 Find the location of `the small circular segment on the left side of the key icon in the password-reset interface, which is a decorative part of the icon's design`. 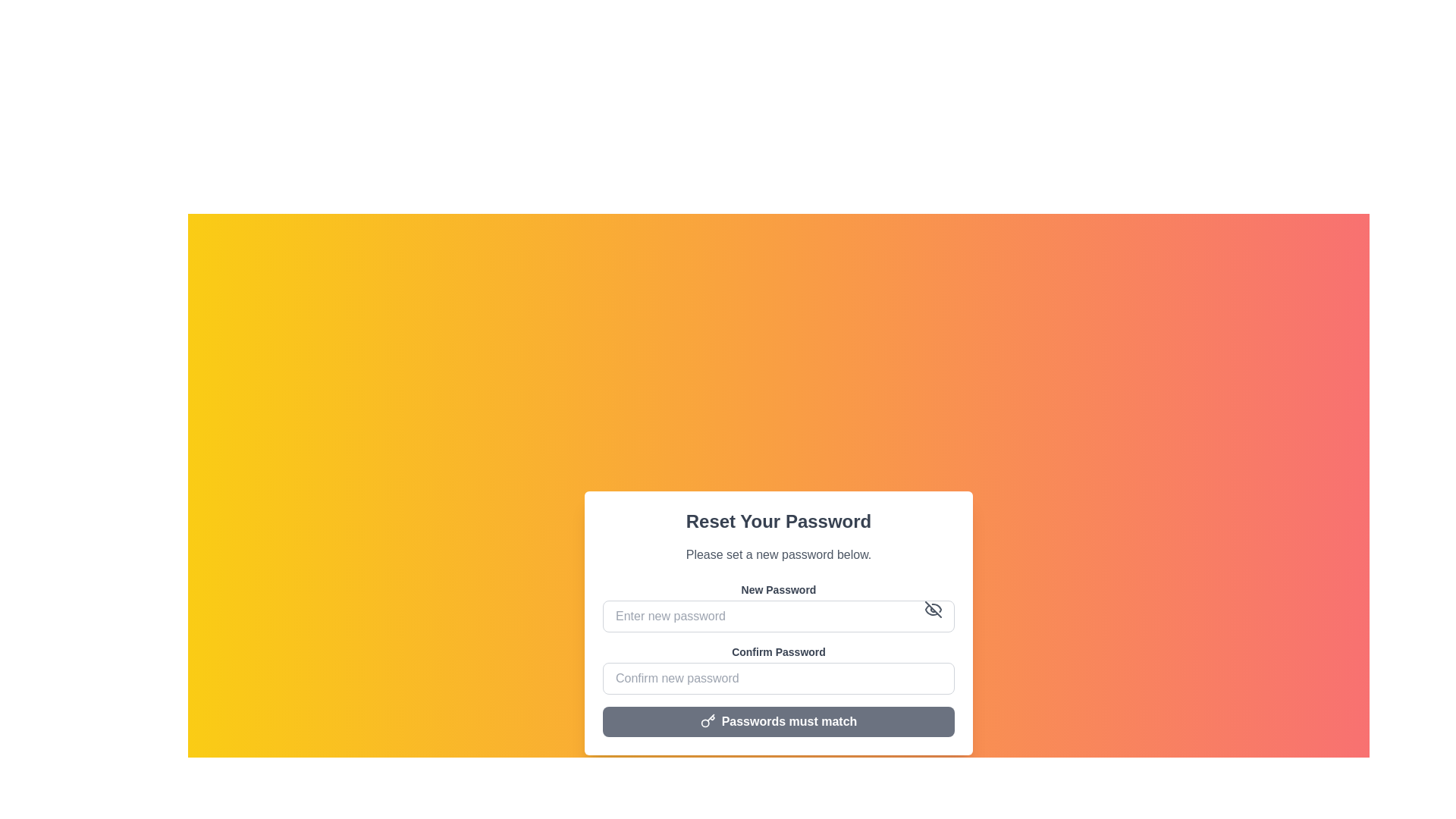

the small circular segment on the left side of the key icon in the password-reset interface, which is a decorative part of the icon's design is located at coordinates (704, 723).